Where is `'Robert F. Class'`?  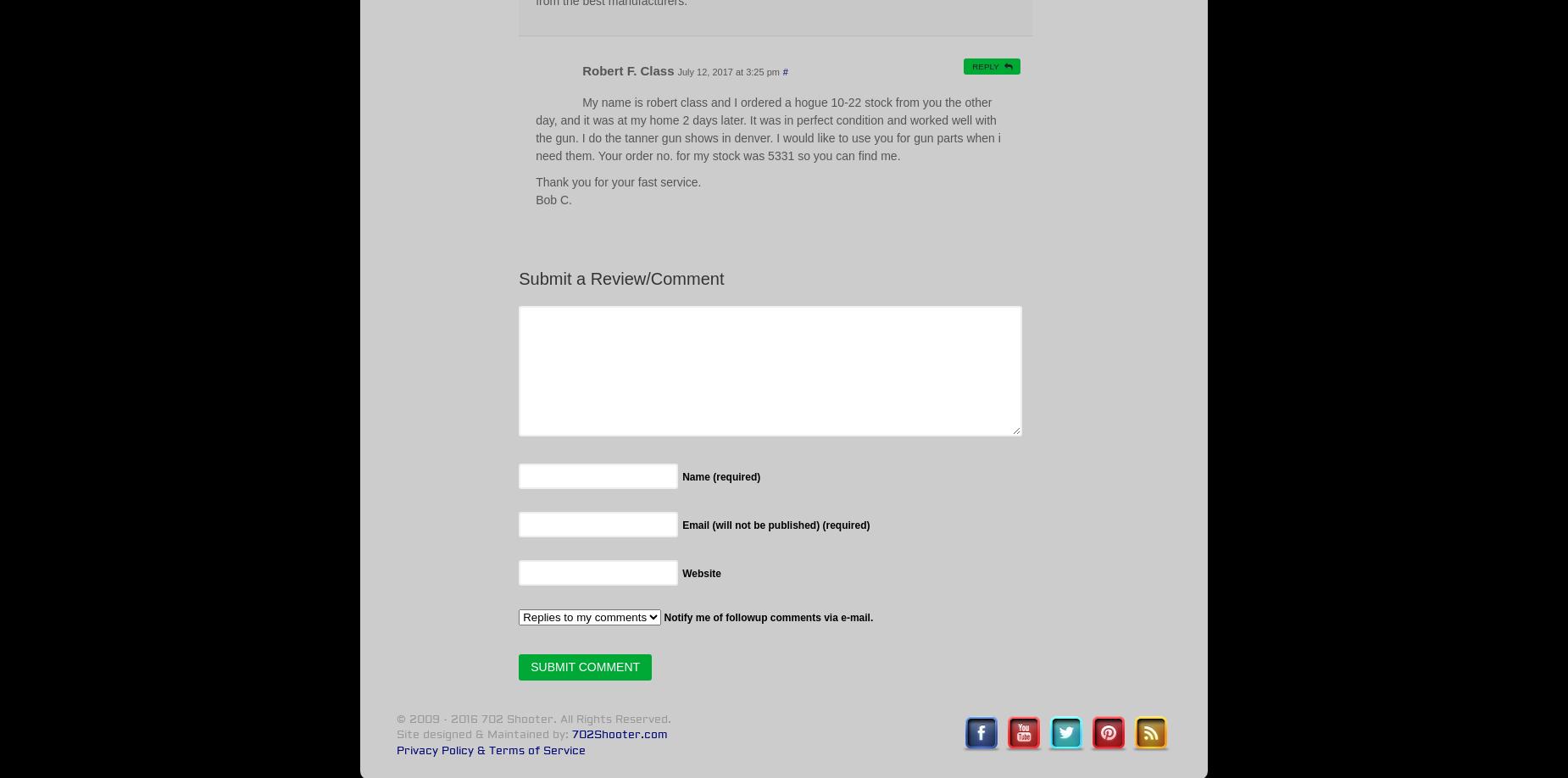
'Robert F. Class' is located at coordinates (582, 69).